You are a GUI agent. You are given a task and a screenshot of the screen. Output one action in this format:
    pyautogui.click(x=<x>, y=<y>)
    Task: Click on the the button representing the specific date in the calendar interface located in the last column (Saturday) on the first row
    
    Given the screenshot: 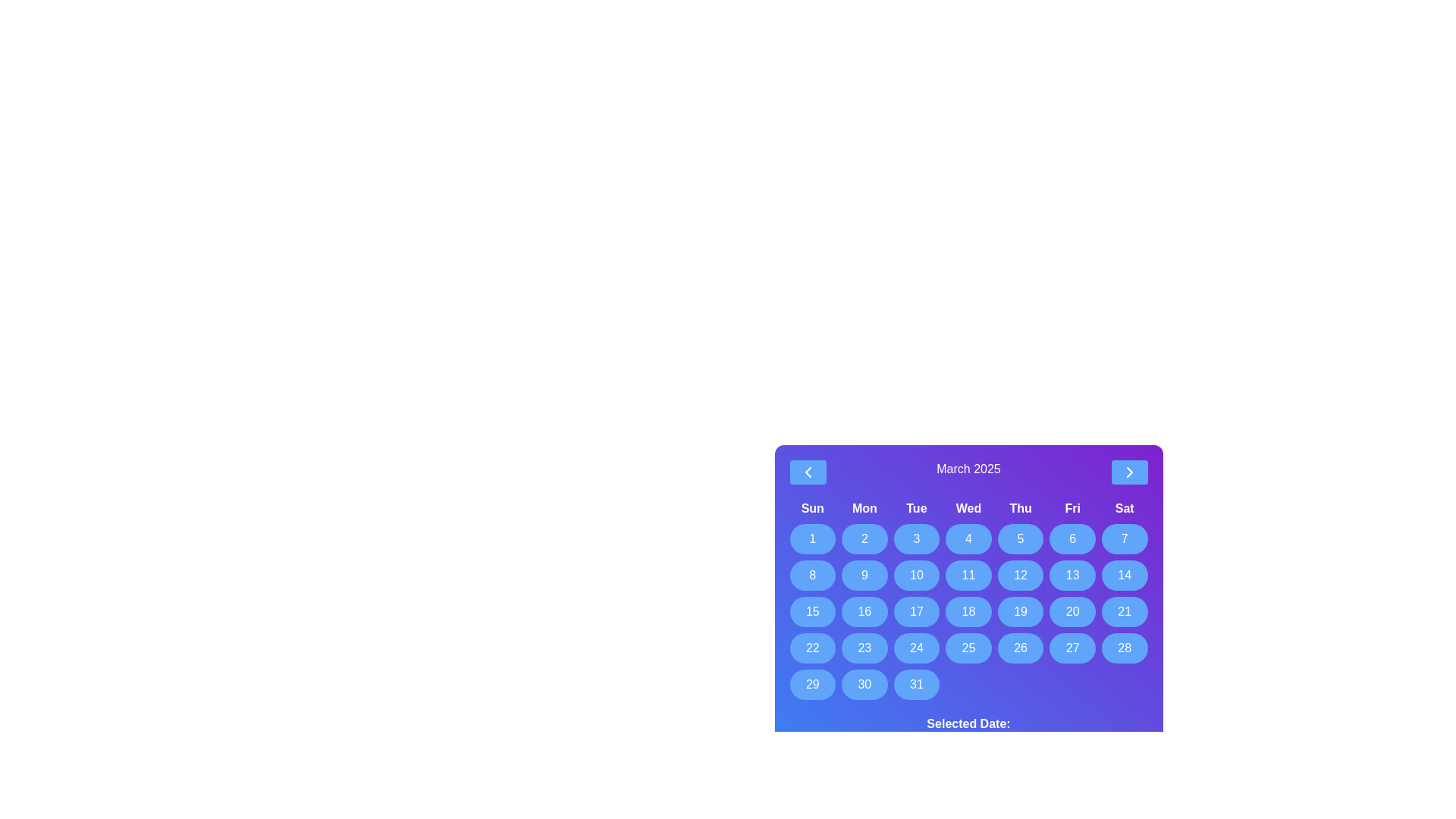 What is the action you would take?
    pyautogui.click(x=1125, y=538)
    